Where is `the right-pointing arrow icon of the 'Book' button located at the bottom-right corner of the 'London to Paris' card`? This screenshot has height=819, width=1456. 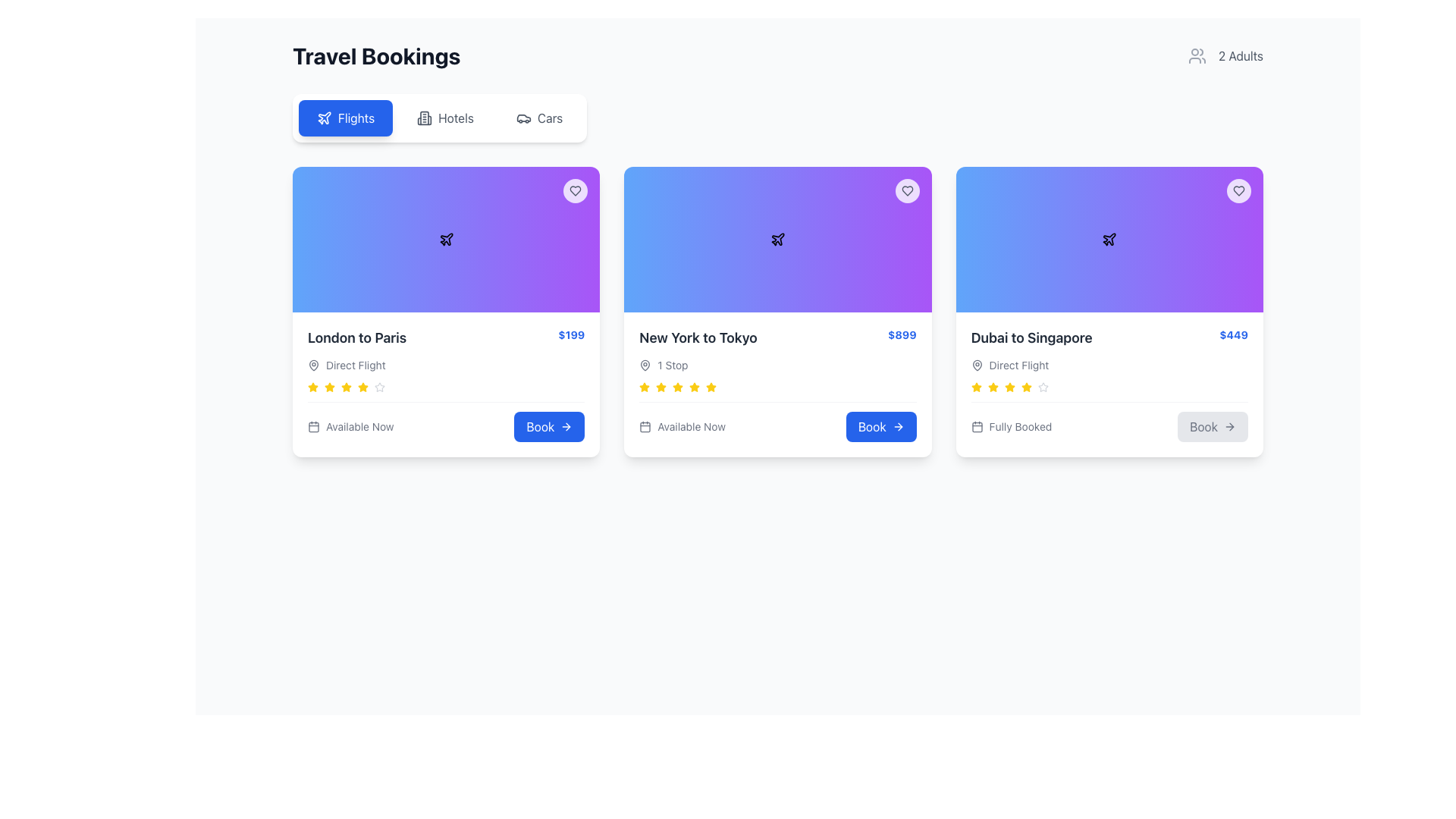 the right-pointing arrow icon of the 'Book' button located at the bottom-right corner of the 'London to Paris' card is located at coordinates (566, 427).